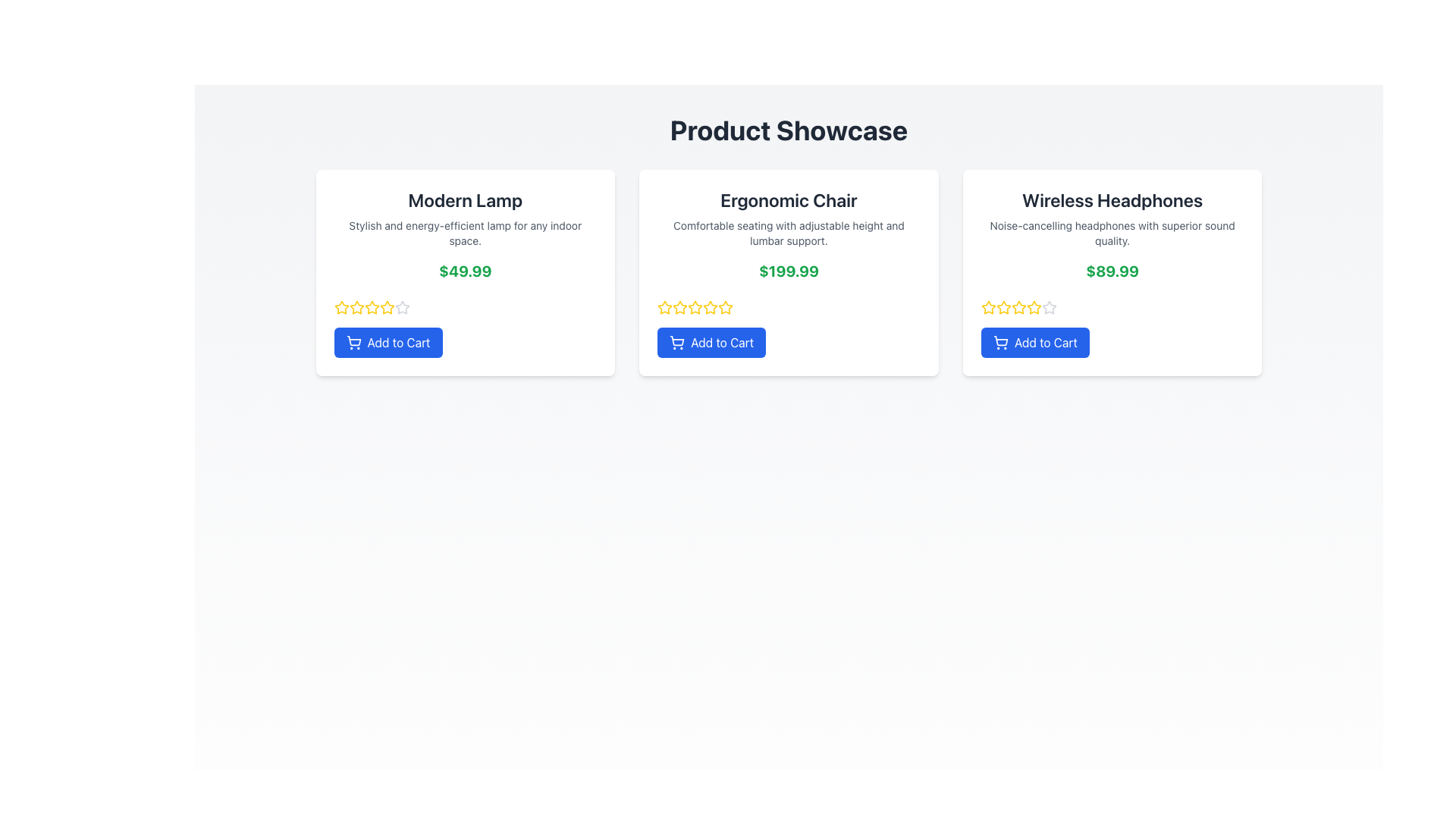 The image size is (1456, 819). I want to click on the fifth yellow star-shaped icon, so click(988, 307).